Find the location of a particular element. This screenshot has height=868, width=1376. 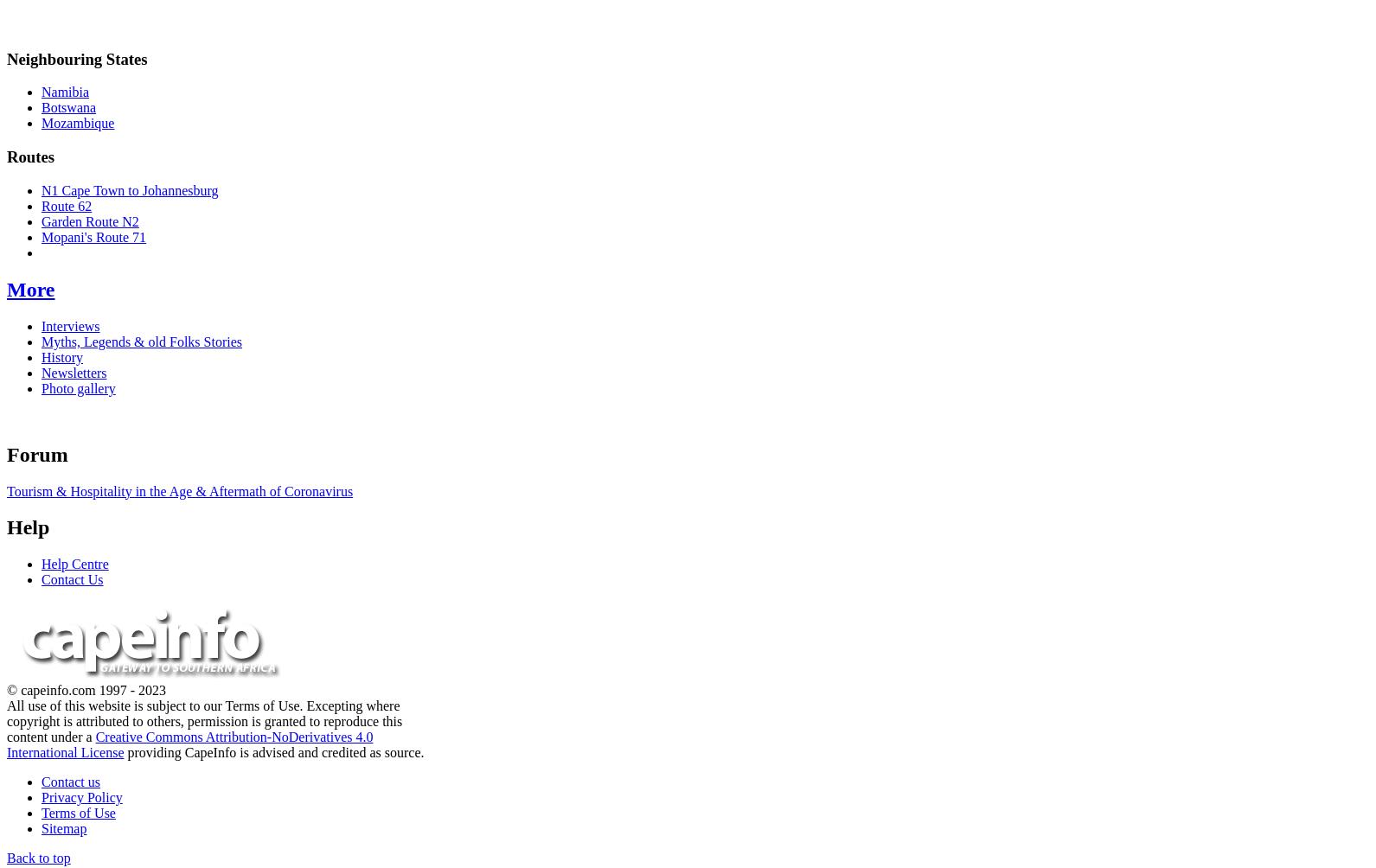

'Neighbouring States' is located at coordinates (6, 58).